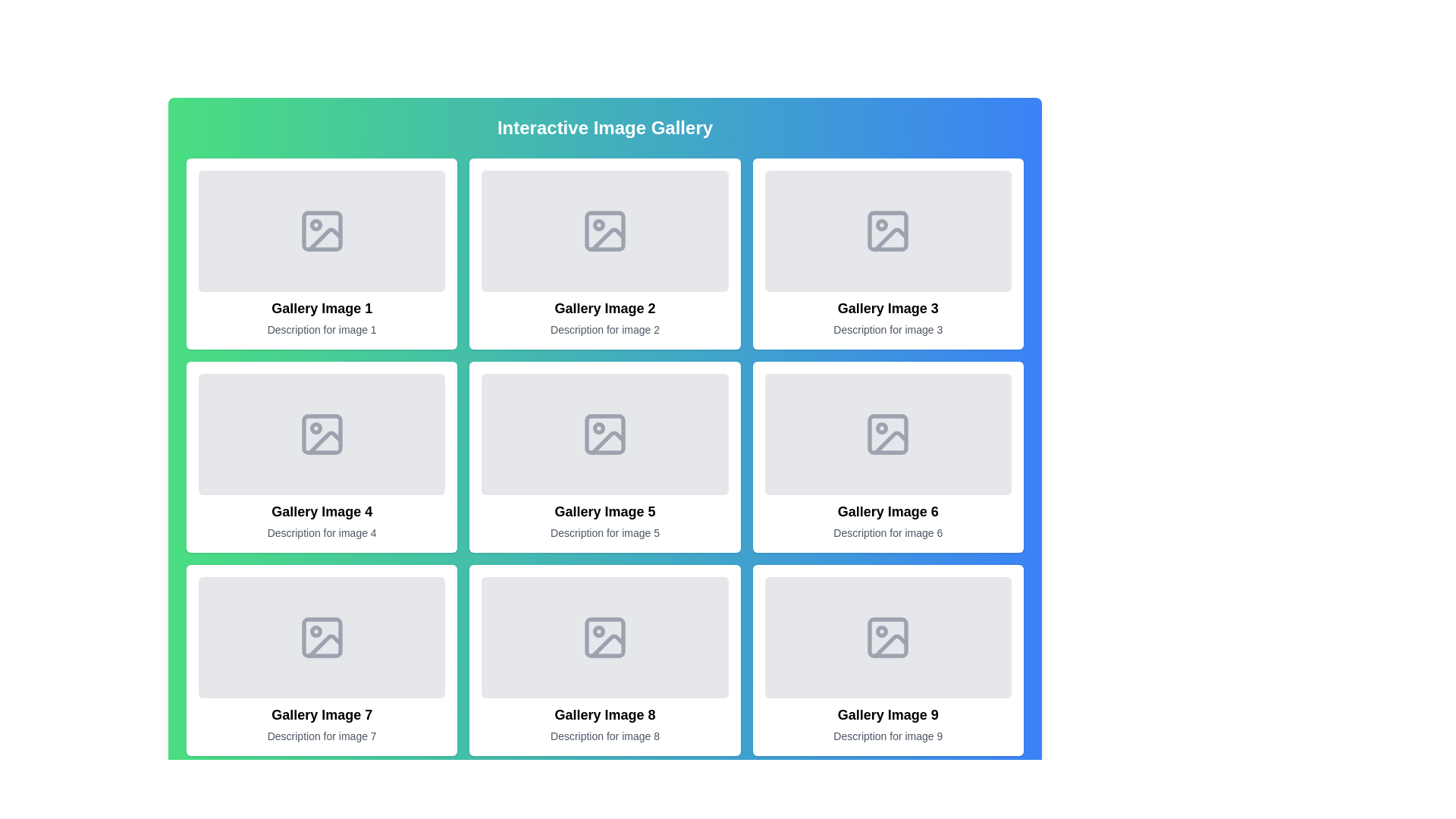 This screenshot has height=819, width=1456. What do you see at coordinates (888, 637) in the screenshot?
I see `the SVG image placeholder located in the ninth cell of a 3x3 grid, which visually represents an image placeholder above the text labeled 'Gallery Image 9'` at bounding box center [888, 637].